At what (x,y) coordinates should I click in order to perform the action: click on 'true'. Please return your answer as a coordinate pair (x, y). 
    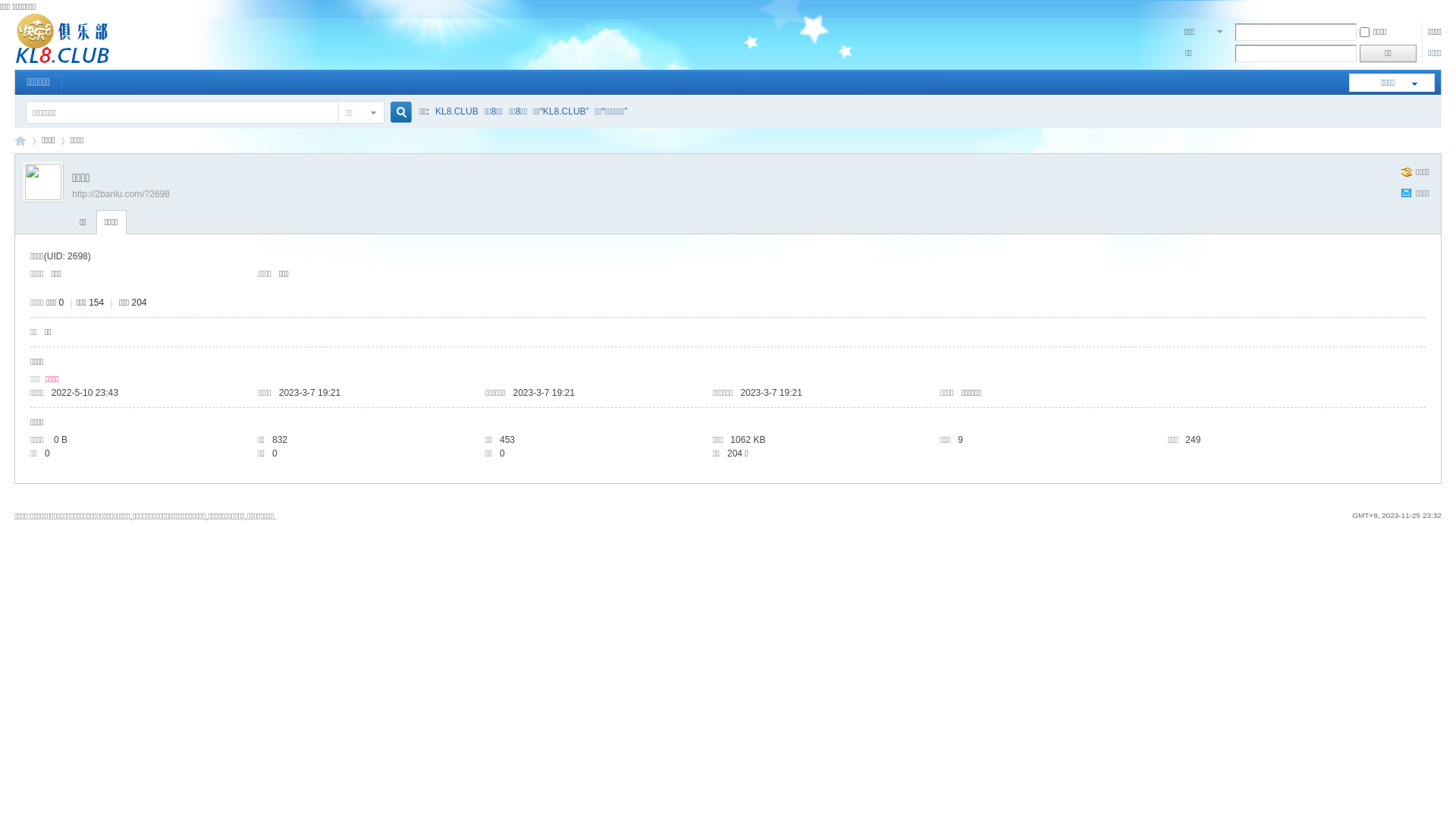
    Looking at the image, I should click on (384, 111).